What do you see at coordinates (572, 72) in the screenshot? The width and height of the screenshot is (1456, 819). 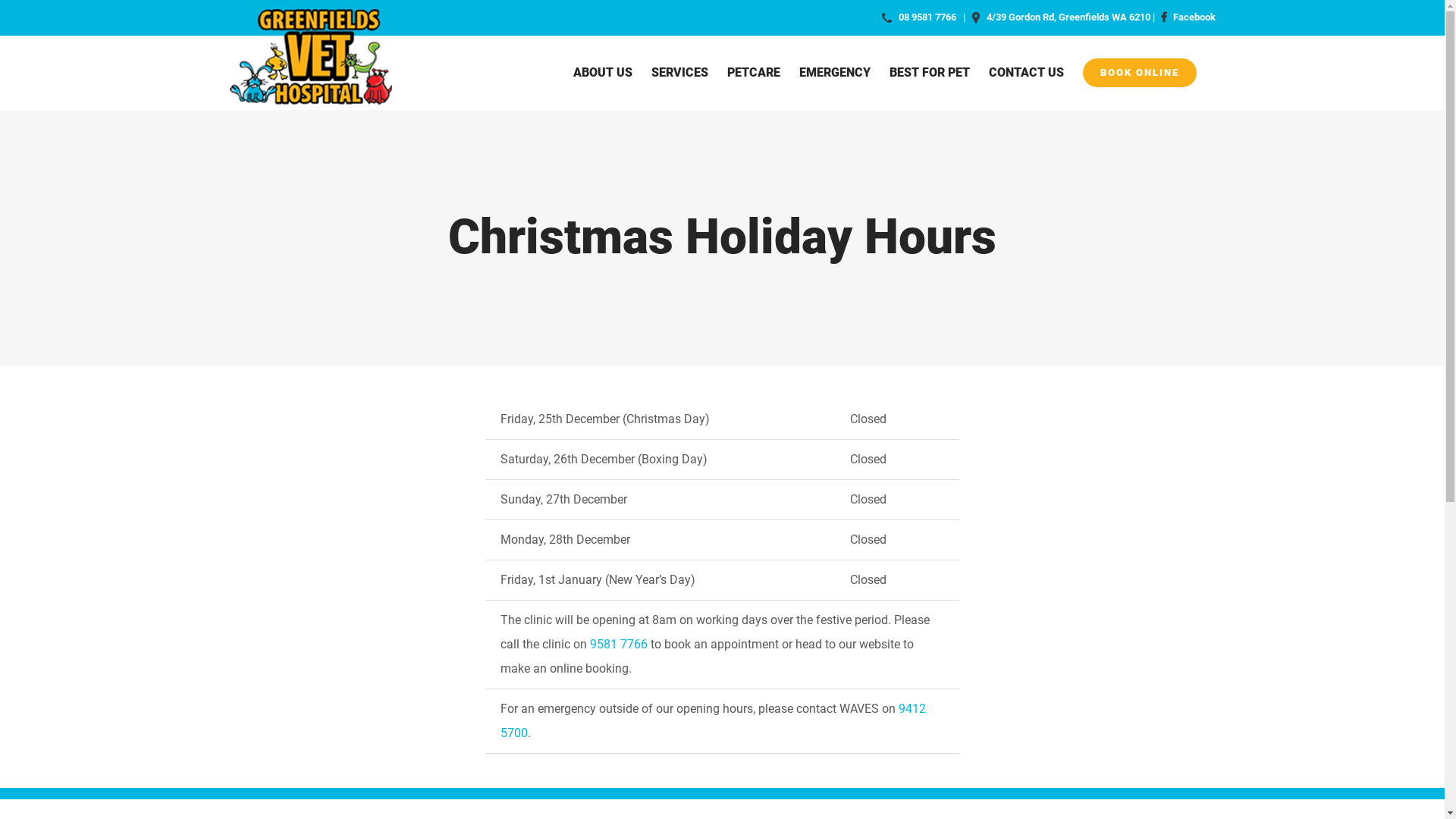 I see `'ABOUT US'` at bounding box center [572, 72].